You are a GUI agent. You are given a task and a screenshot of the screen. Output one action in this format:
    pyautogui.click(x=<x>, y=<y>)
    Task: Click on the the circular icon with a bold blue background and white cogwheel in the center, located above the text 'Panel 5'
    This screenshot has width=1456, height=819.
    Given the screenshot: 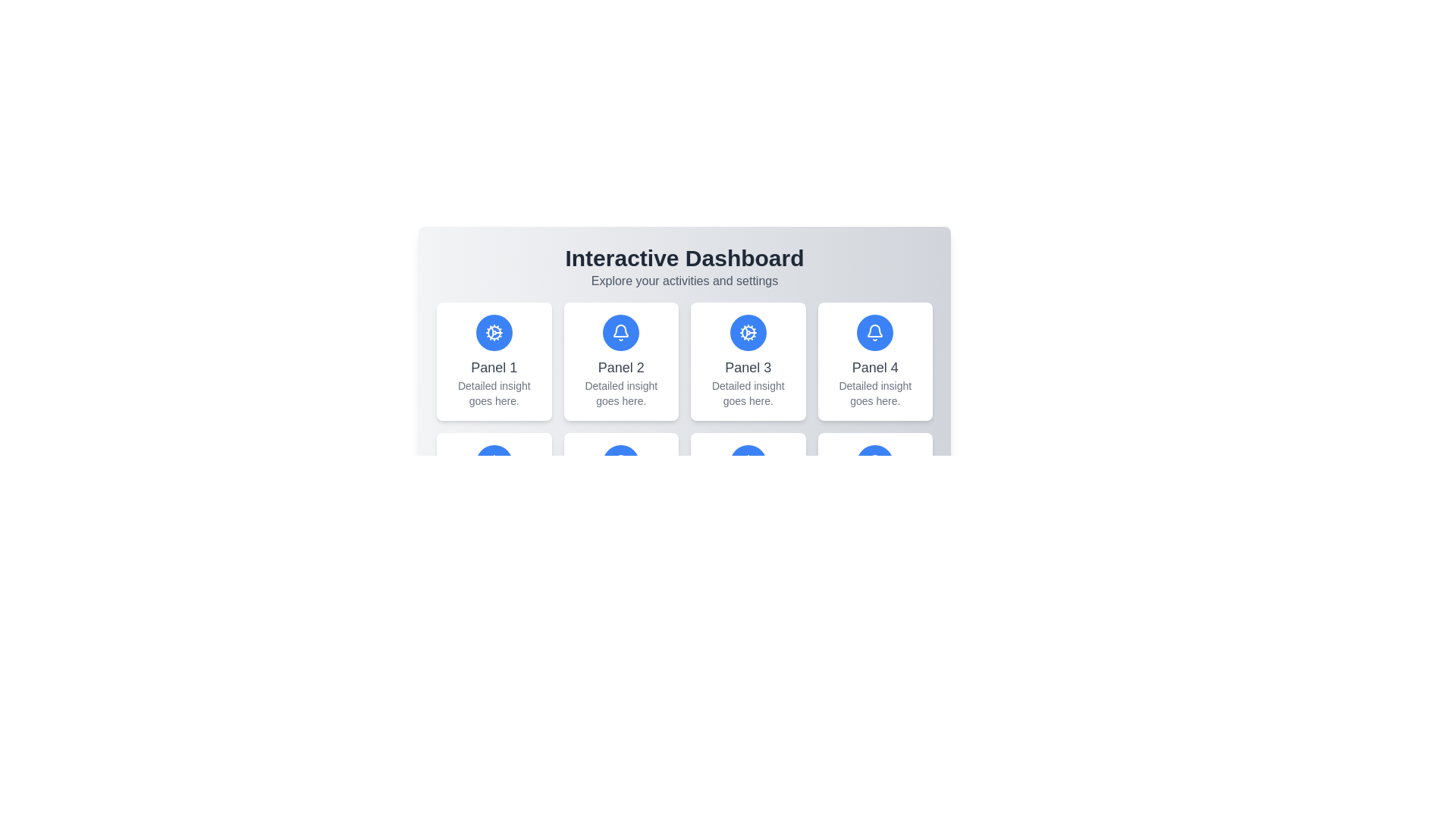 What is the action you would take?
    pyautogui.click(x=494, y=462)
    